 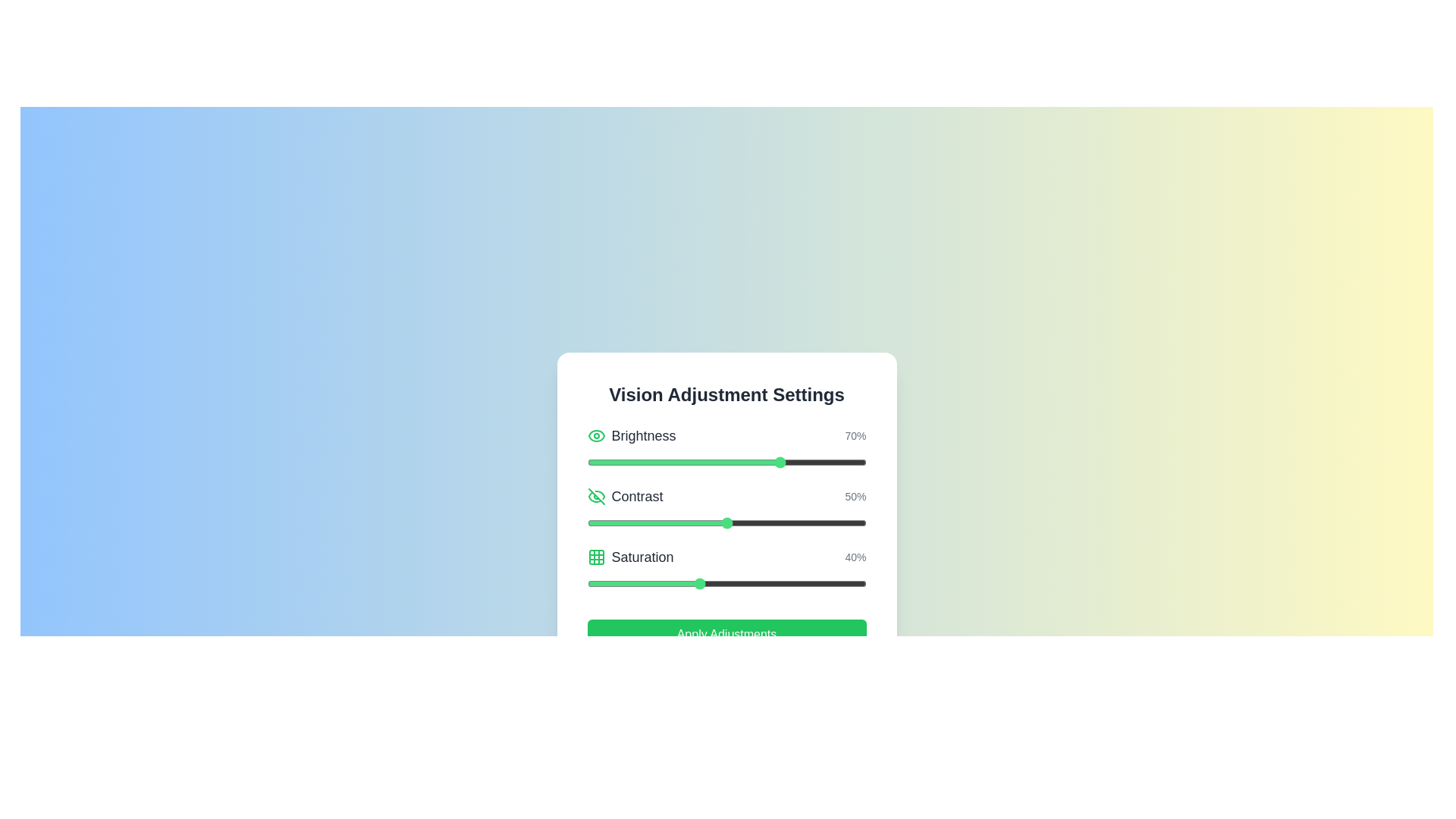 I want to click on the saturation slider to set the saturation level to 3%, so click(x=595, y=583).